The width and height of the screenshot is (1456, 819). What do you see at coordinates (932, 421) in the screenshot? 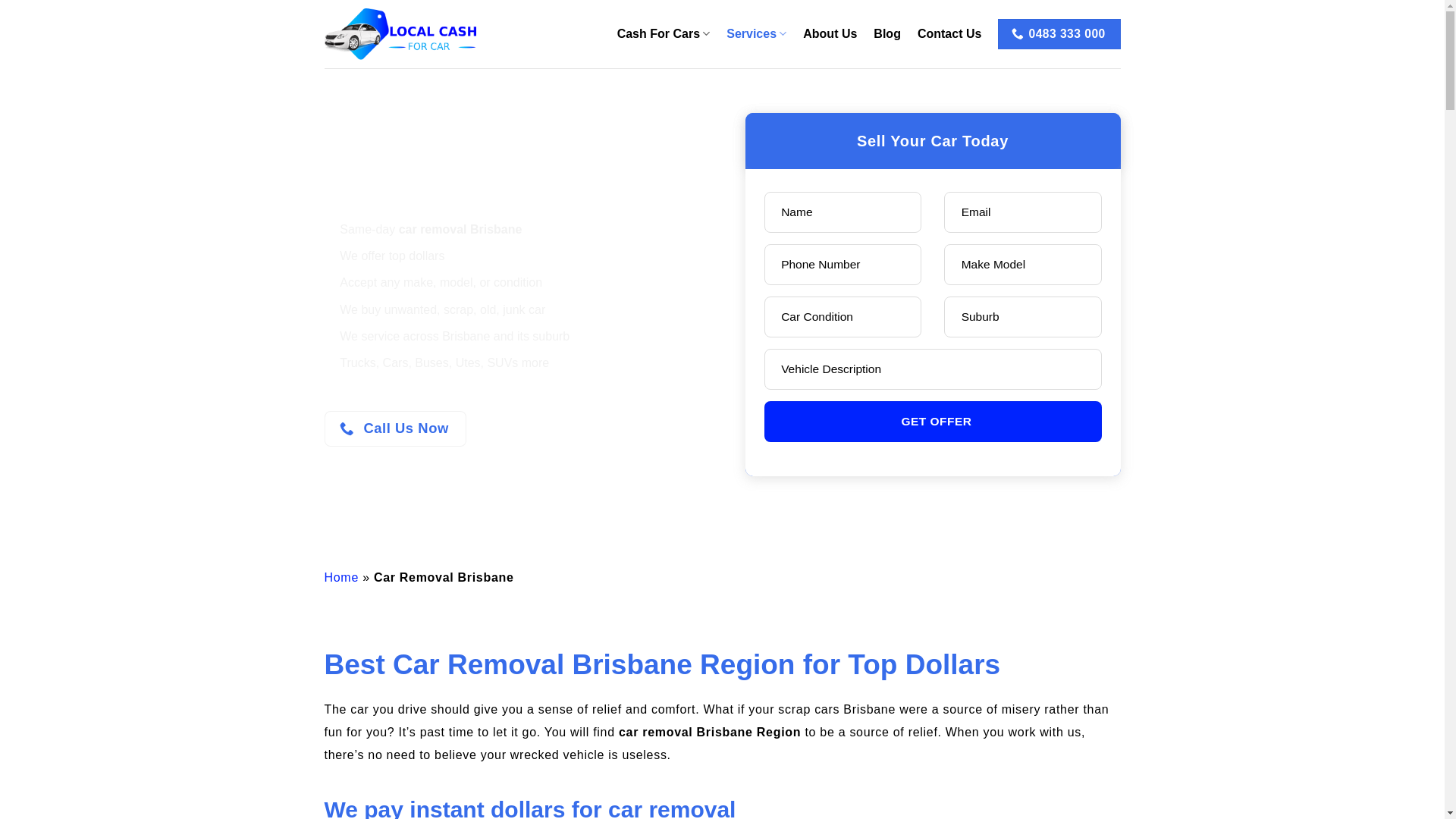
I see `'Get offer'` at bounding box center [932, 421].